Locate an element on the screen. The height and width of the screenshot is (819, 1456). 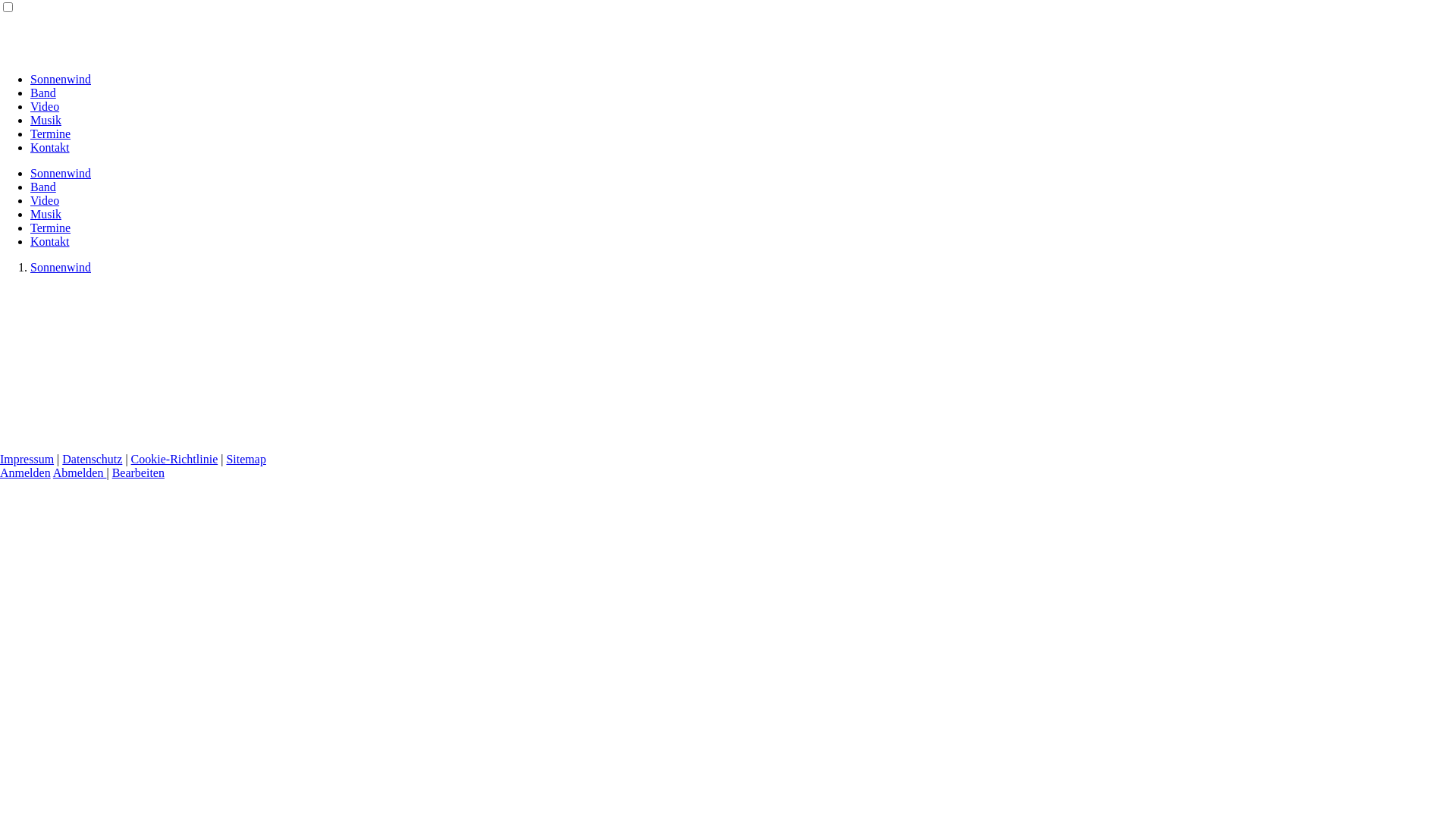
'Impressum' is located at coordinates (27, 458).